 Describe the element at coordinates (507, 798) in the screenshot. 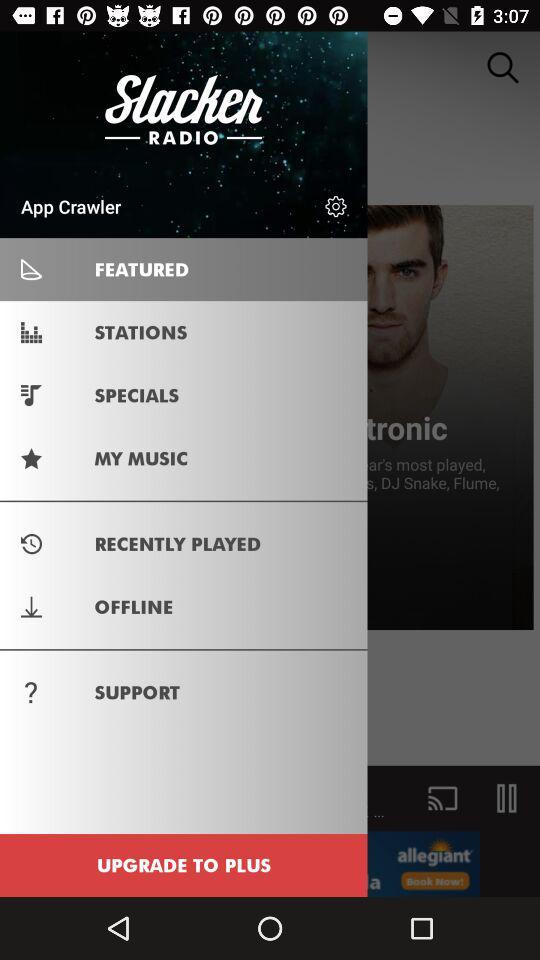

I see `the pause icon` at that location.